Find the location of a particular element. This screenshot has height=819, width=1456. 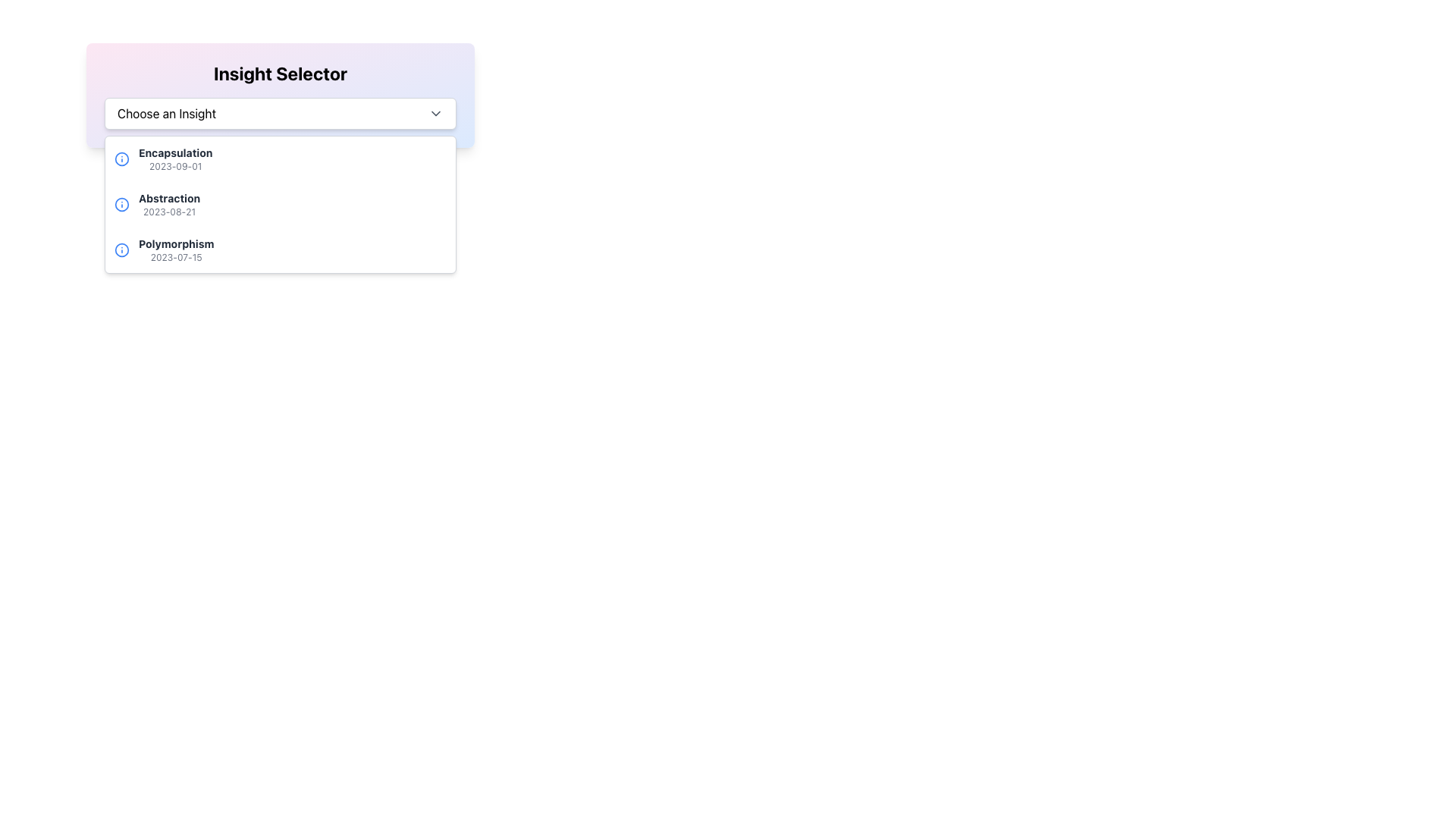

the second item in the 'Insight Selector' dropdown menu is located at coordinates (280, 205).